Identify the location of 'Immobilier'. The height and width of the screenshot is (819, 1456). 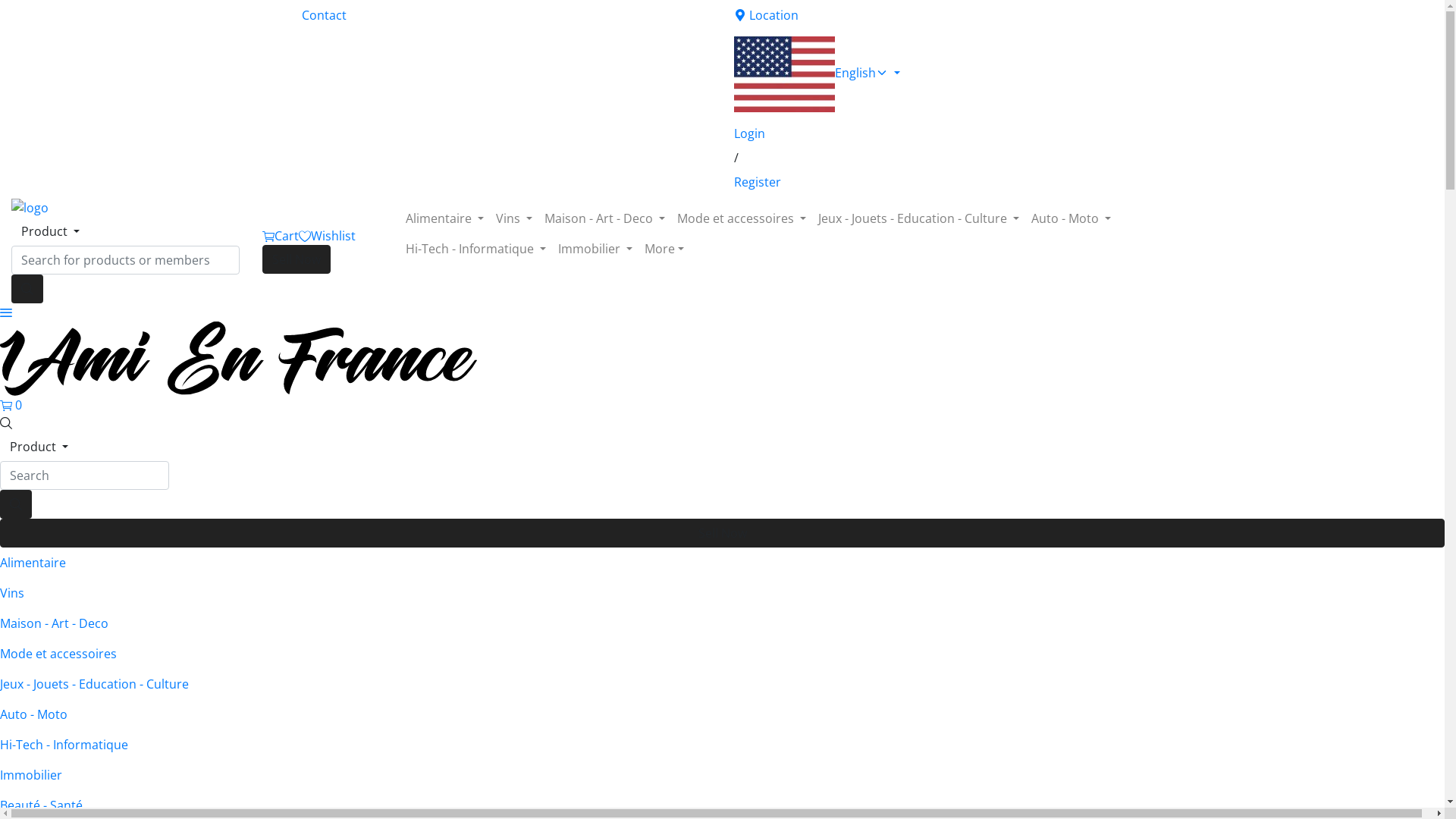
(551, 247).